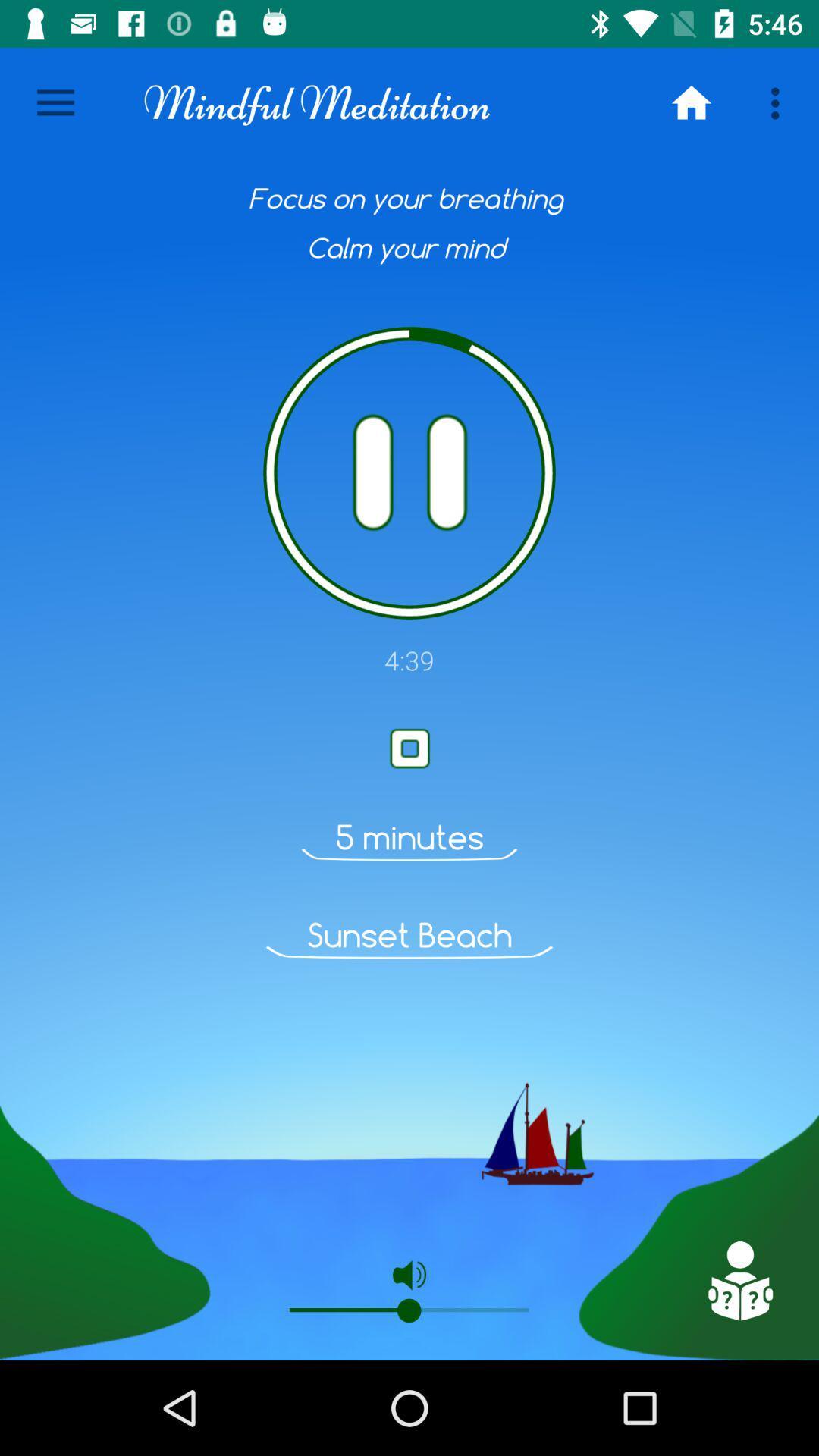  Describe the element at coordinates (739, 1280) in the screenshot. I see `ask a question` at that location.